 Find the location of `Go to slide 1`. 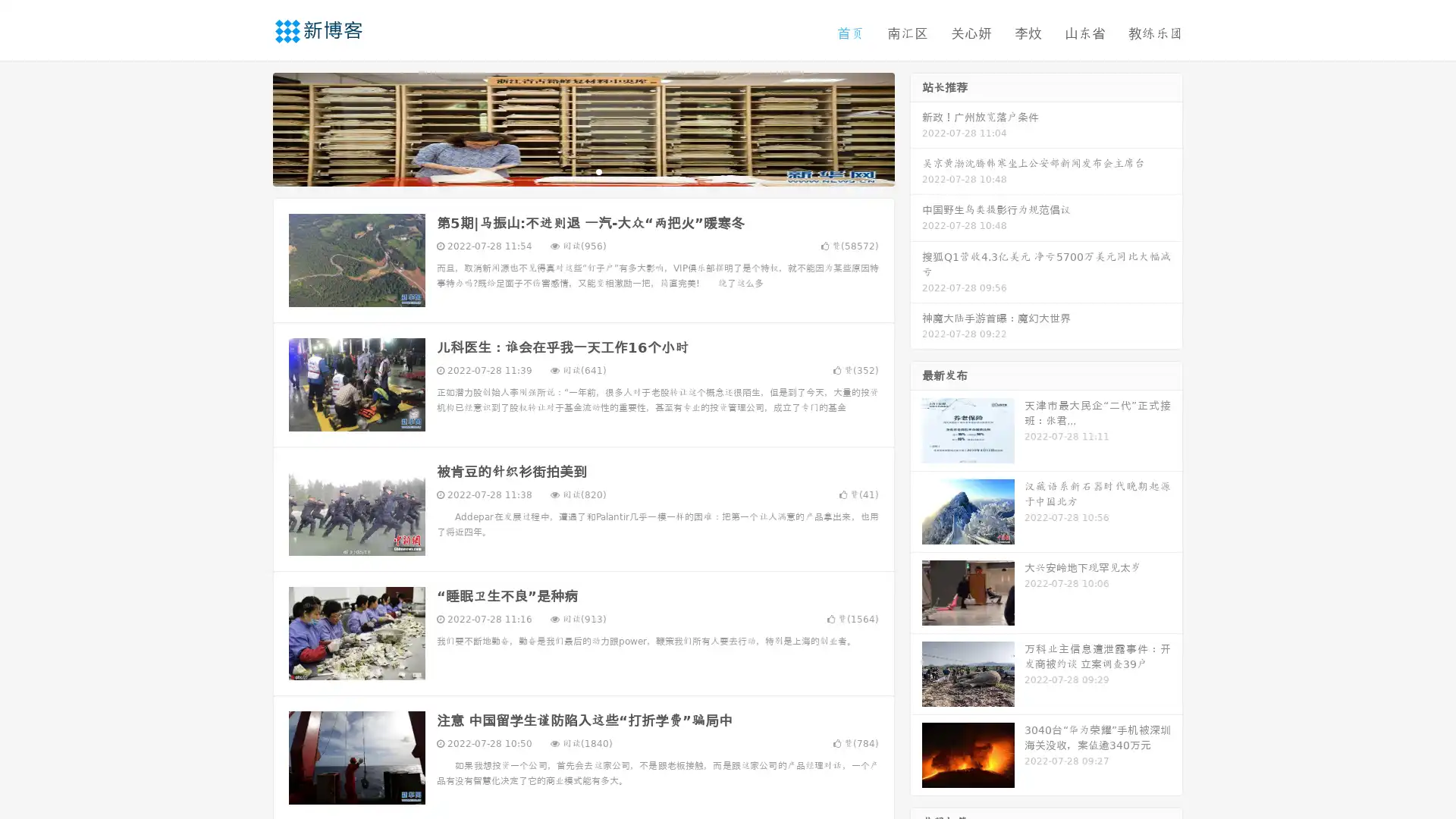

Go to slide 1 is located at coordinates (567, 171).